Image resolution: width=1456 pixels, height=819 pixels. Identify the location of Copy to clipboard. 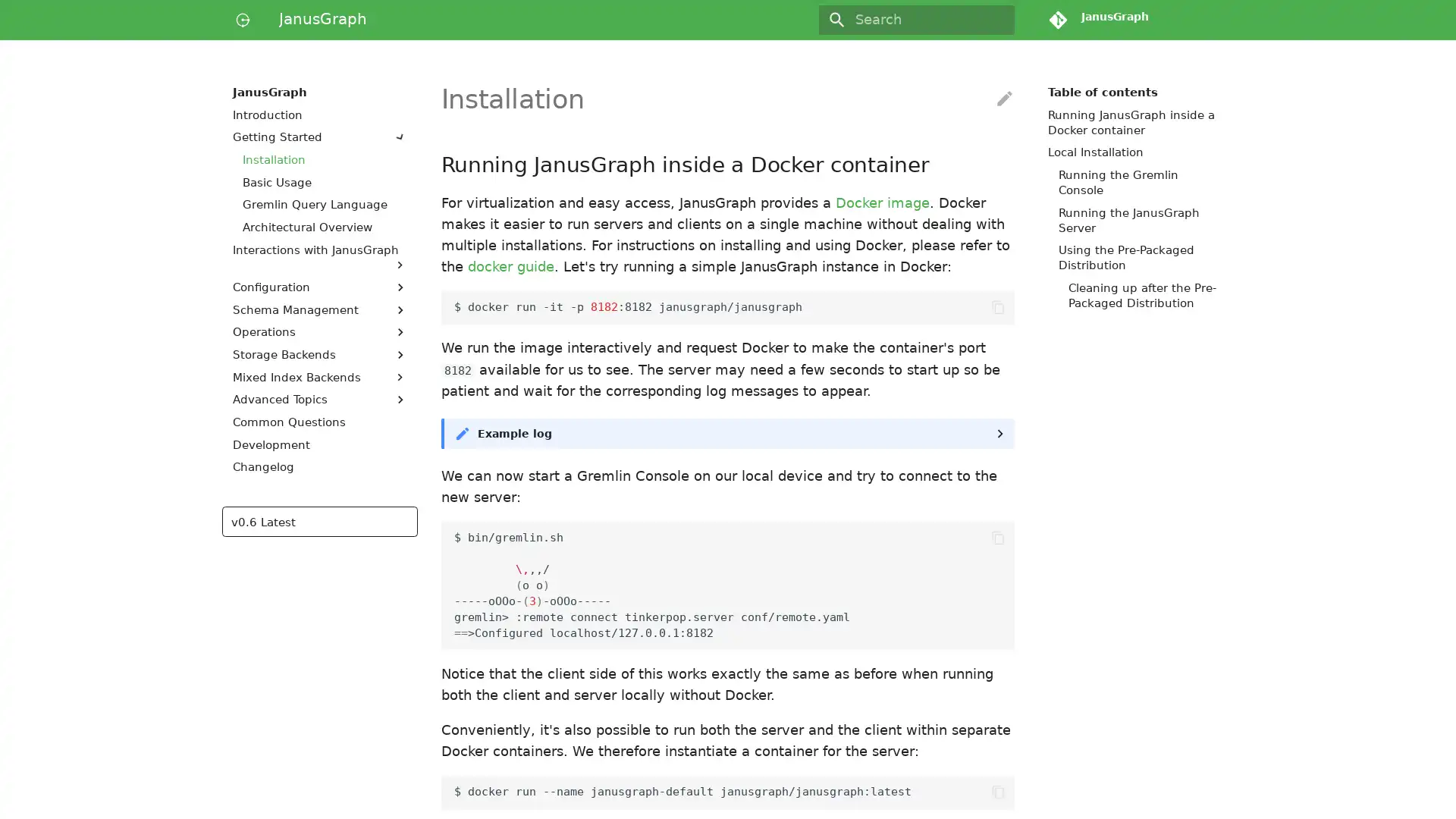
(997, 791).